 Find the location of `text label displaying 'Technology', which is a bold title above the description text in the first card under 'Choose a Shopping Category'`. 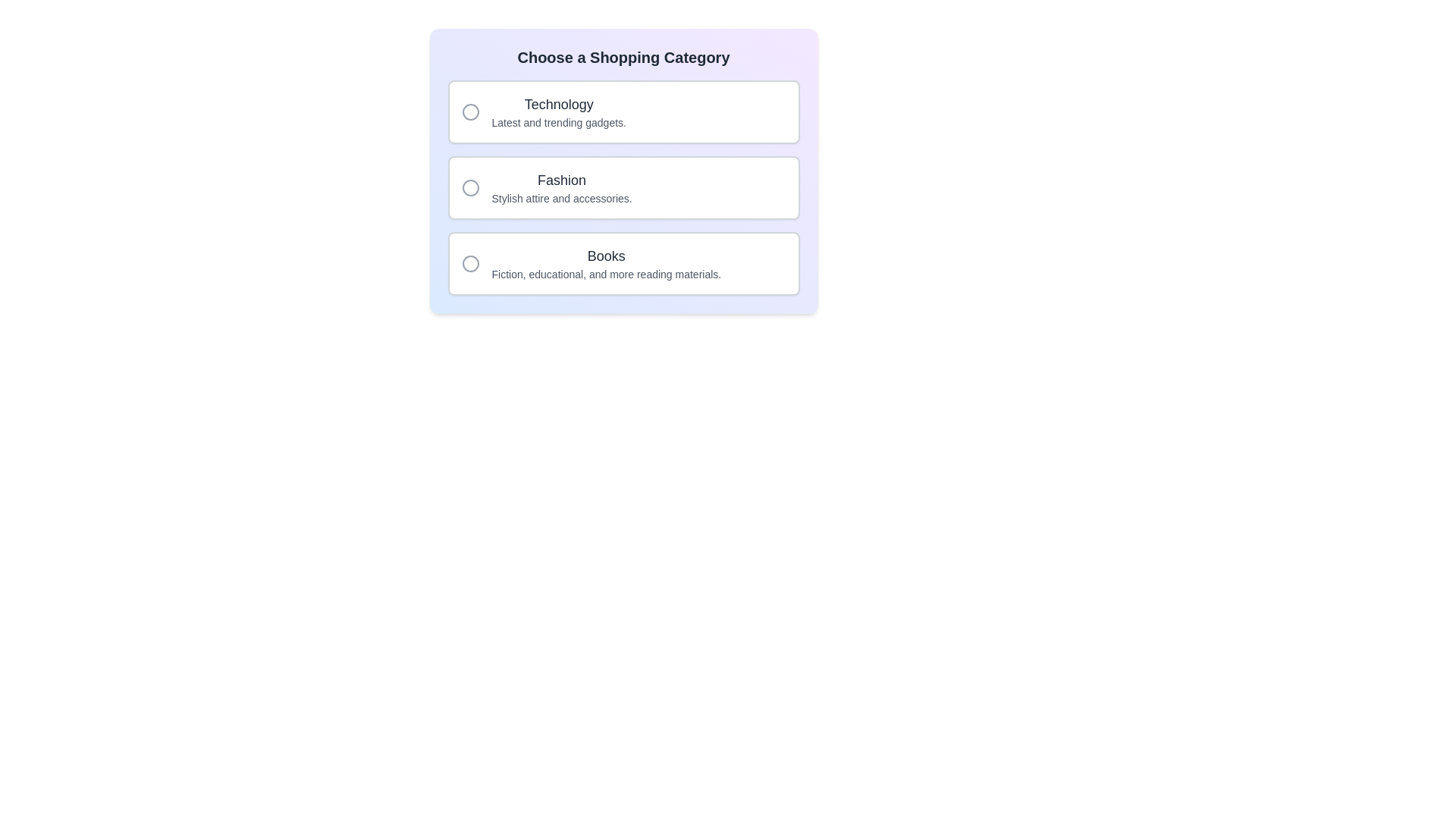

text label displaying 'Technology', which is a bold title above the description text in the first card under 'Choose a Shopping Category' is located at coordinates (558, 104).